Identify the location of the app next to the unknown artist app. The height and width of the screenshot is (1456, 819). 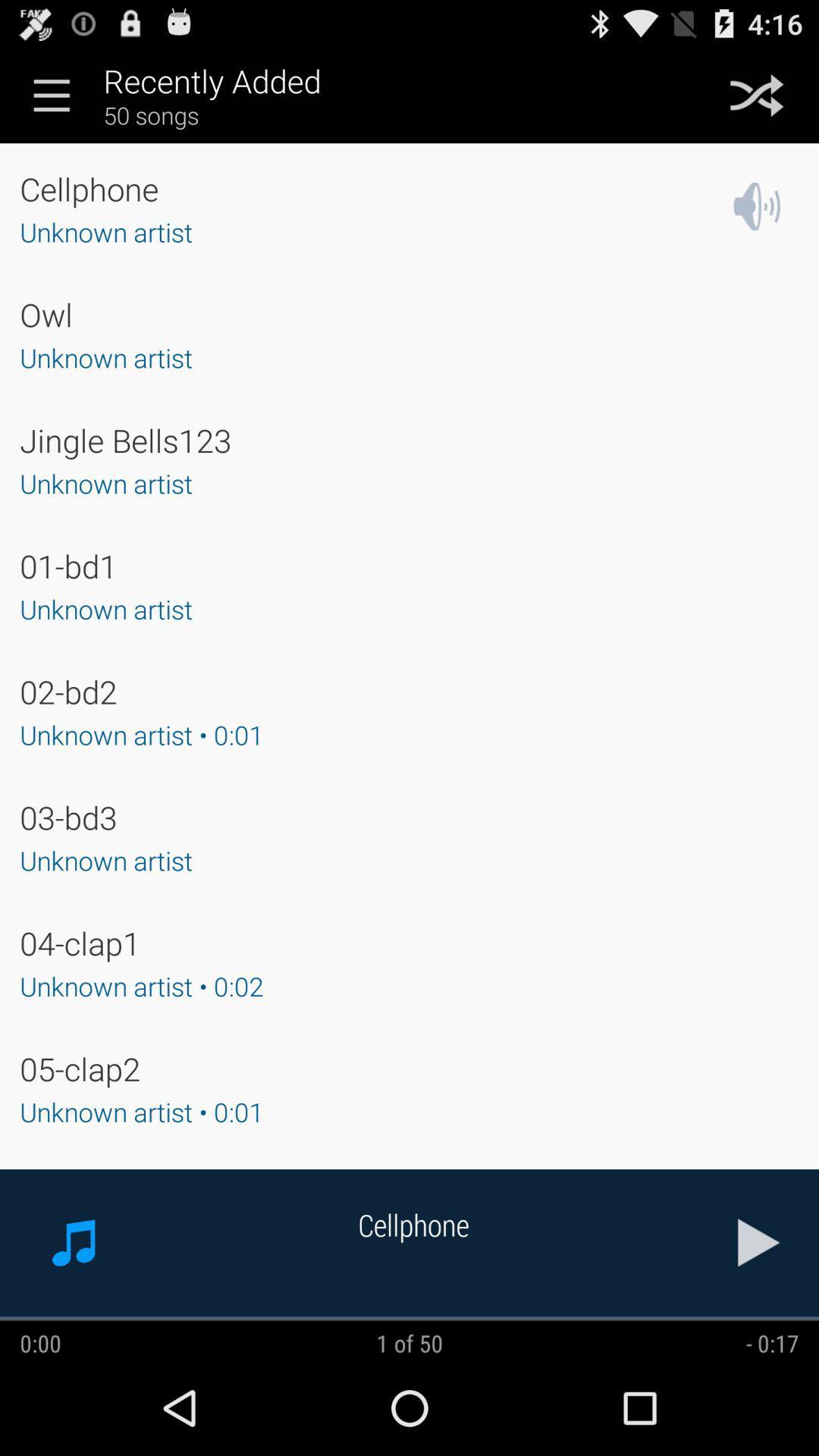
(757, 206).